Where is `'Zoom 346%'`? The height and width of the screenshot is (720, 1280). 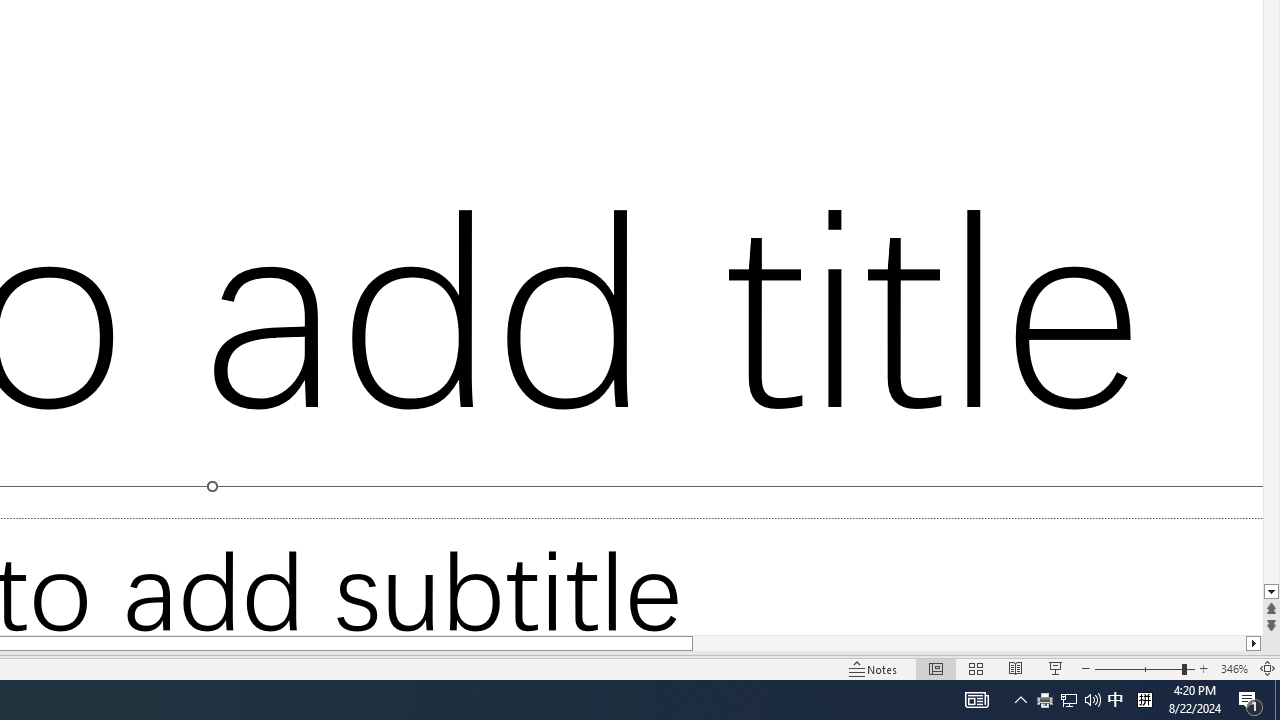 'Zoom 346%' is located at coordinates (1233, 669).